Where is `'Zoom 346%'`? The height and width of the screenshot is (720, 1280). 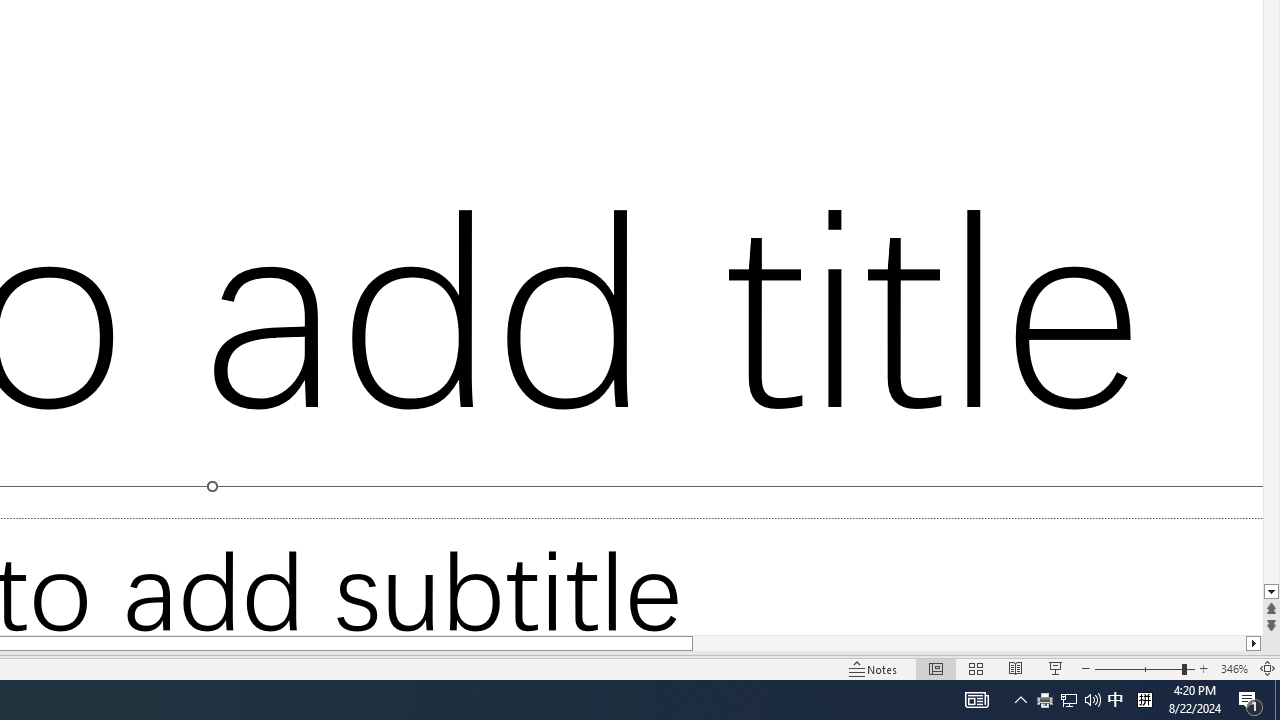 'Zoom 346%' is located at coordinates (1233, 669).